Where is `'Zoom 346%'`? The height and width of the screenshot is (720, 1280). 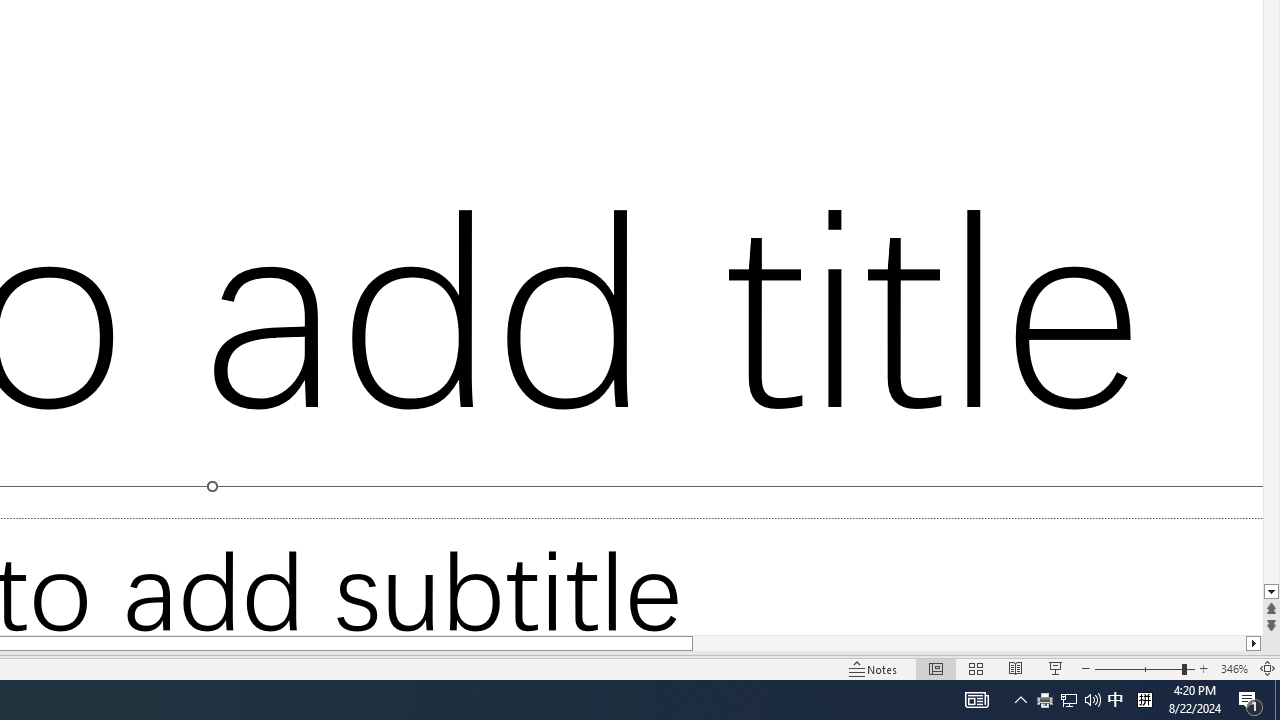 'Zoom 346%' is located at coordinates (1233, 669).